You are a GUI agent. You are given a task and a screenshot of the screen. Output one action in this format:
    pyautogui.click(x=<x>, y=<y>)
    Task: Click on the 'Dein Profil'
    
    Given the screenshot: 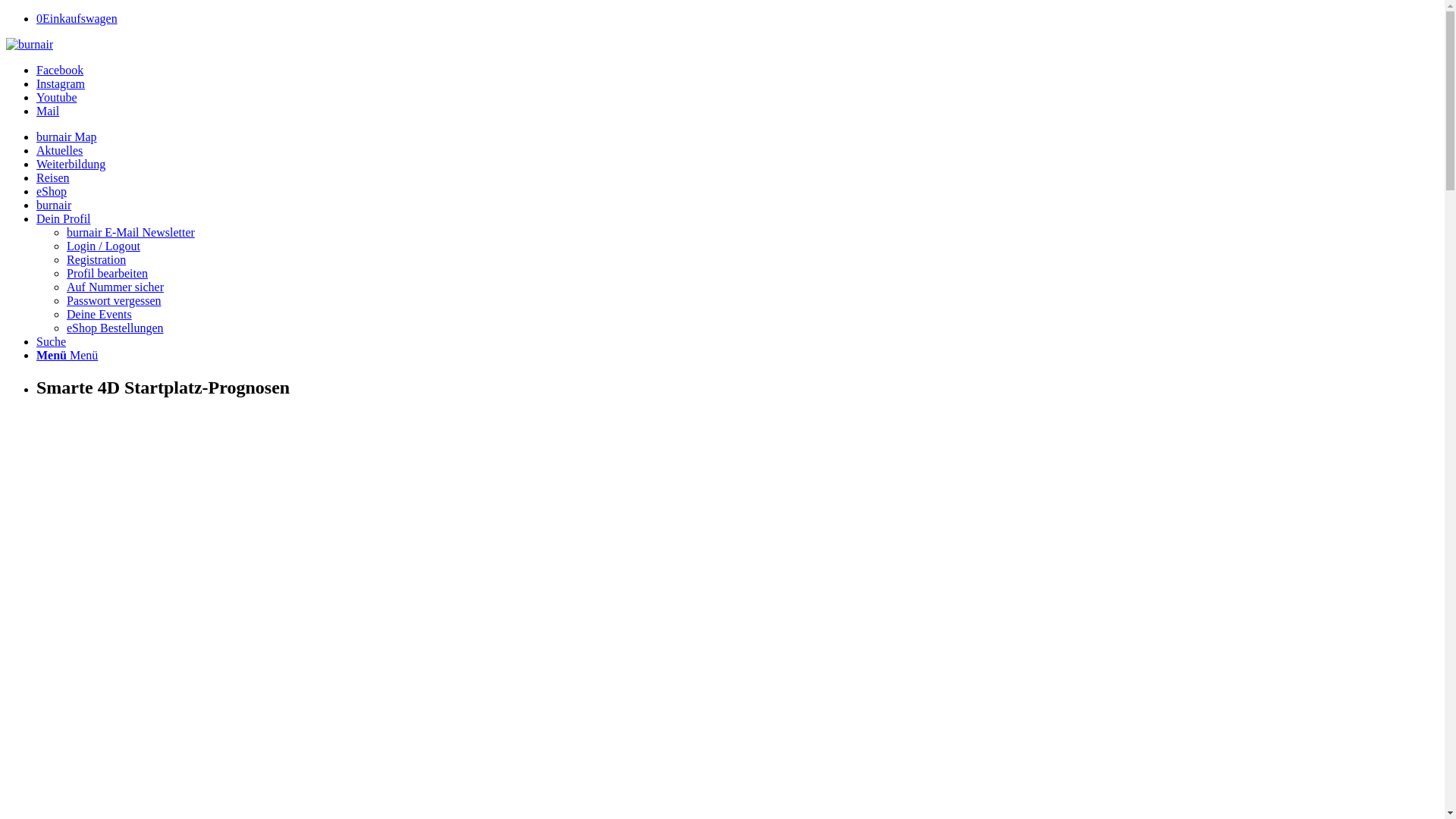 What is the action you would take?
    pyautogui.click(x=62, y=218)
    